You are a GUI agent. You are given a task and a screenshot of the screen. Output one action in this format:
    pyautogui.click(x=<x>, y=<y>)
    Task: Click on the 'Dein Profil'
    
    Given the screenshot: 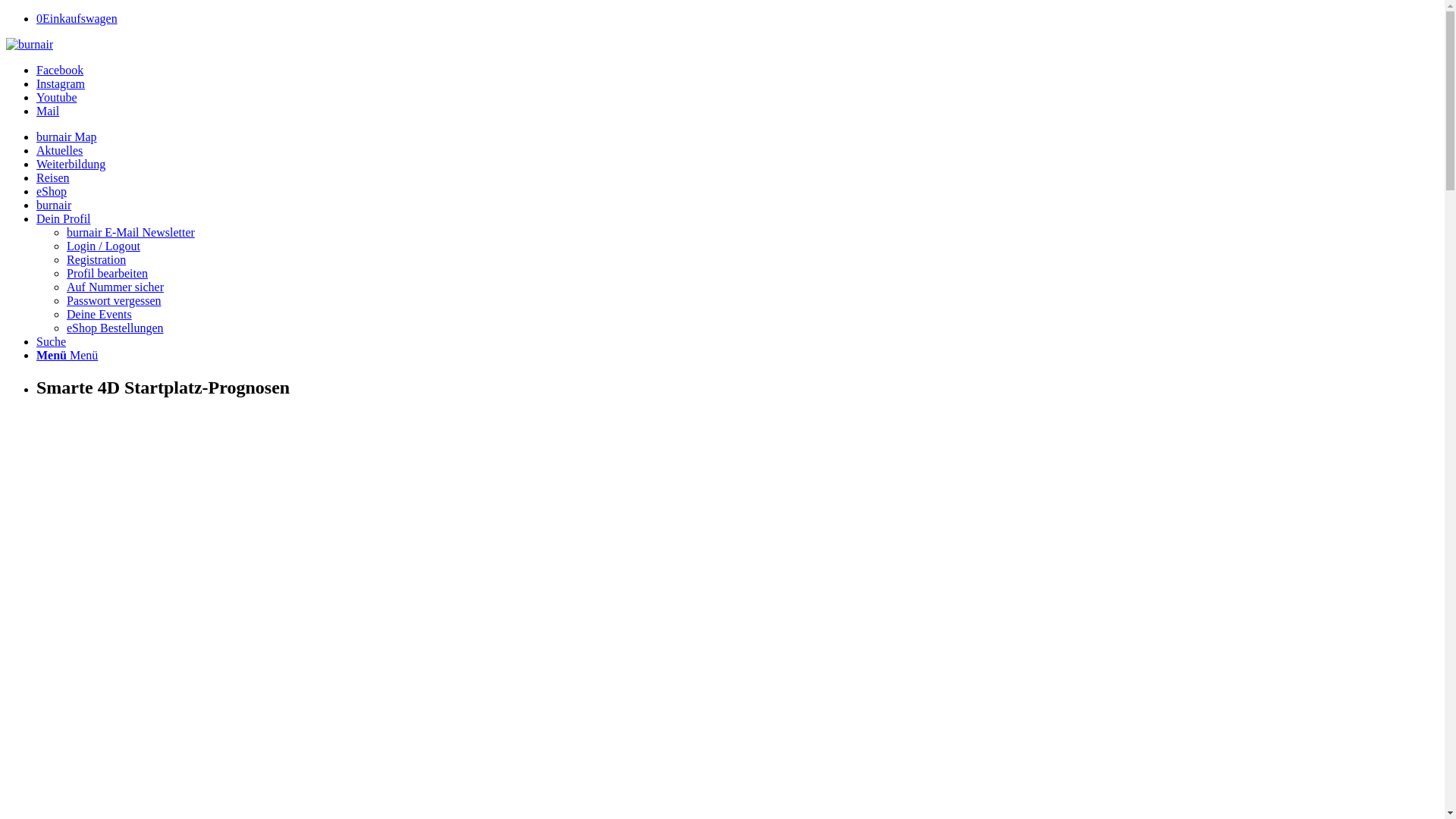 What is the action you would take?
    pyautogui.click(x=62, y=218)
    